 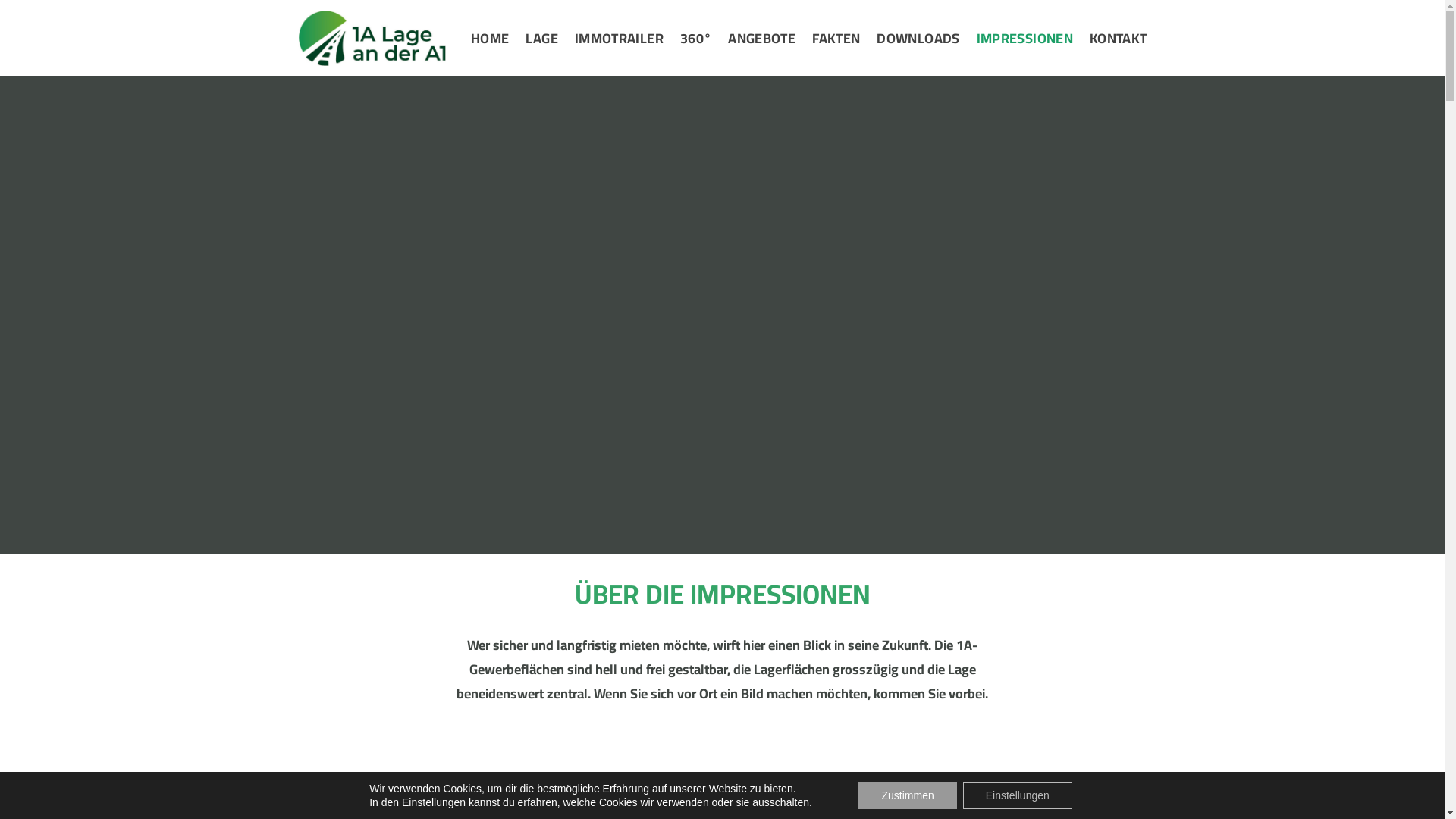 I want to click on 'IMMOTRAILER', so click(x=619, y=37).